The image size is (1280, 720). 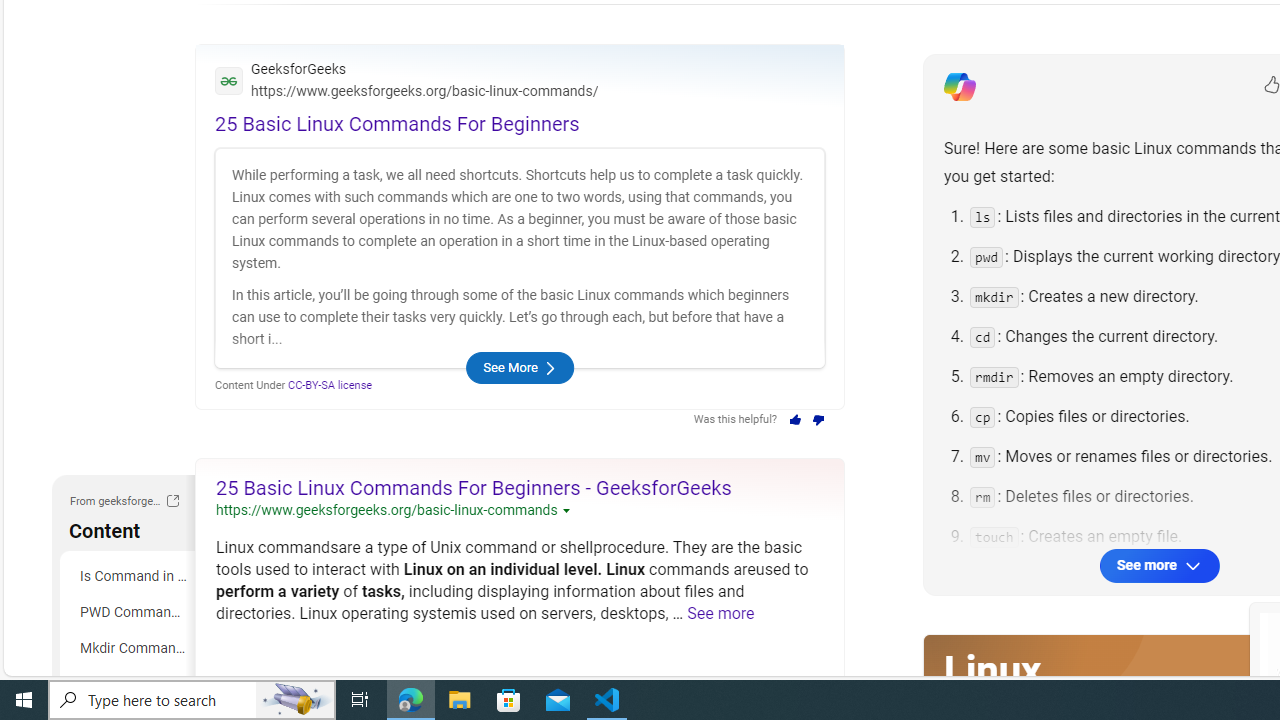 I want to click on 'CD Command in Linux', so click(x=130, y=683).